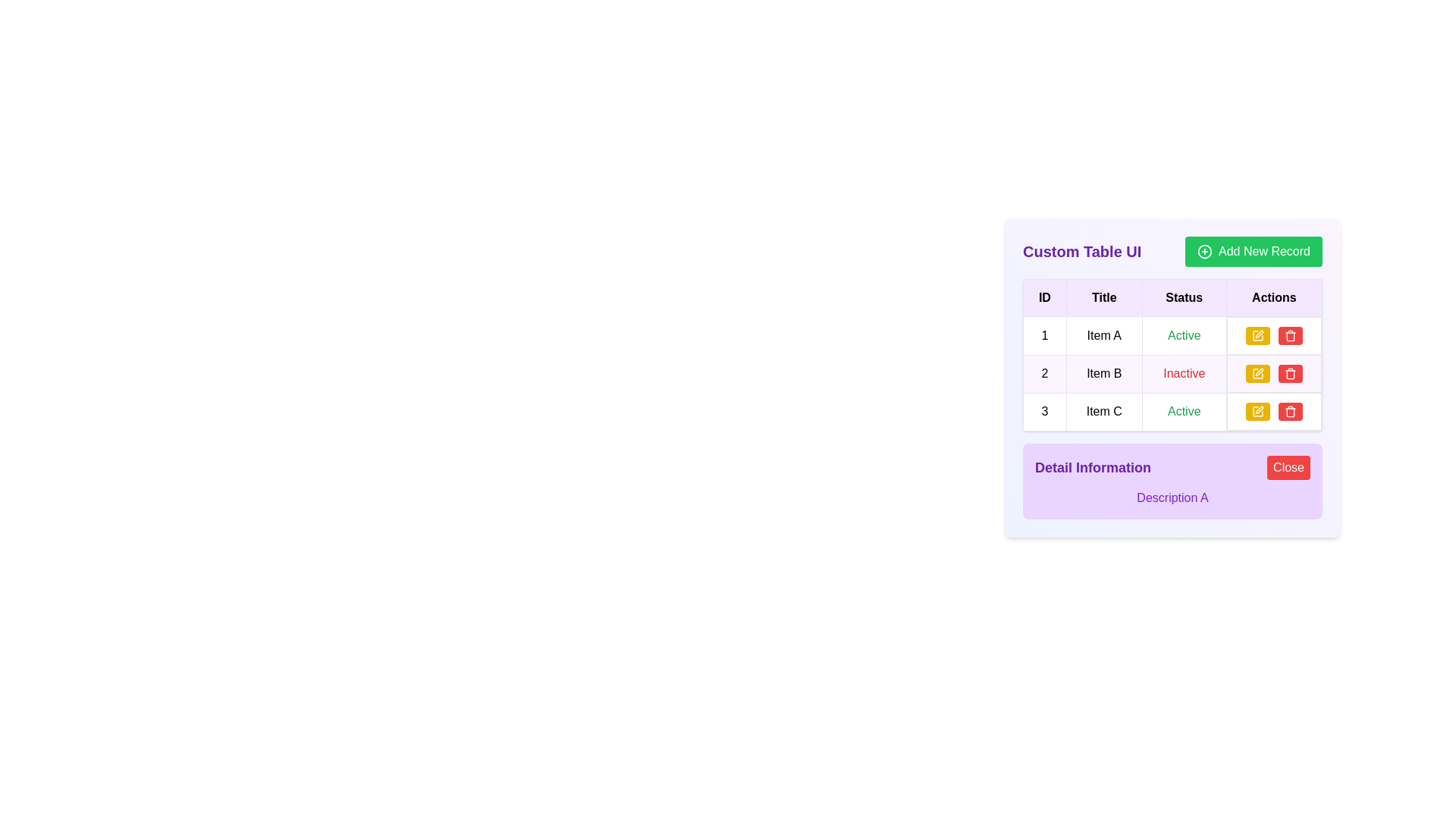 The height and width of the screenshot is (819, 1456). What do you see at coordinates (1172, 334) in the screenshot?
I see `text content of each cell in the first row of the table, which includes the ID '1', 'Item A', and the status 'Active' in green text` at bounding box center [1172, 334].